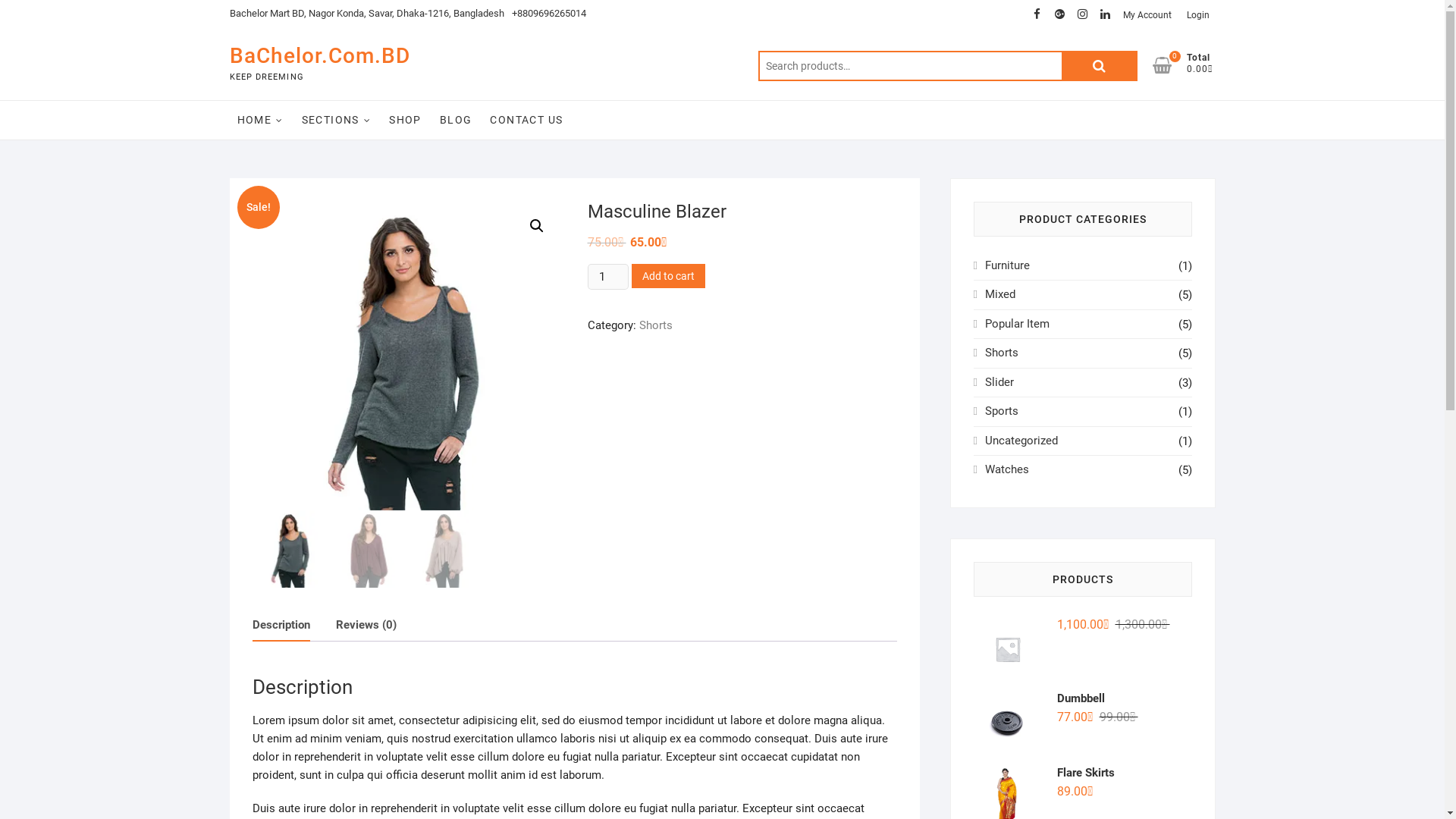 The width and height of the screenshot is (1456, 819). What do you see at coordinates (294, 119) in the screenshot?
I see `'SECTIONS'` at bounding box center [294, 119].